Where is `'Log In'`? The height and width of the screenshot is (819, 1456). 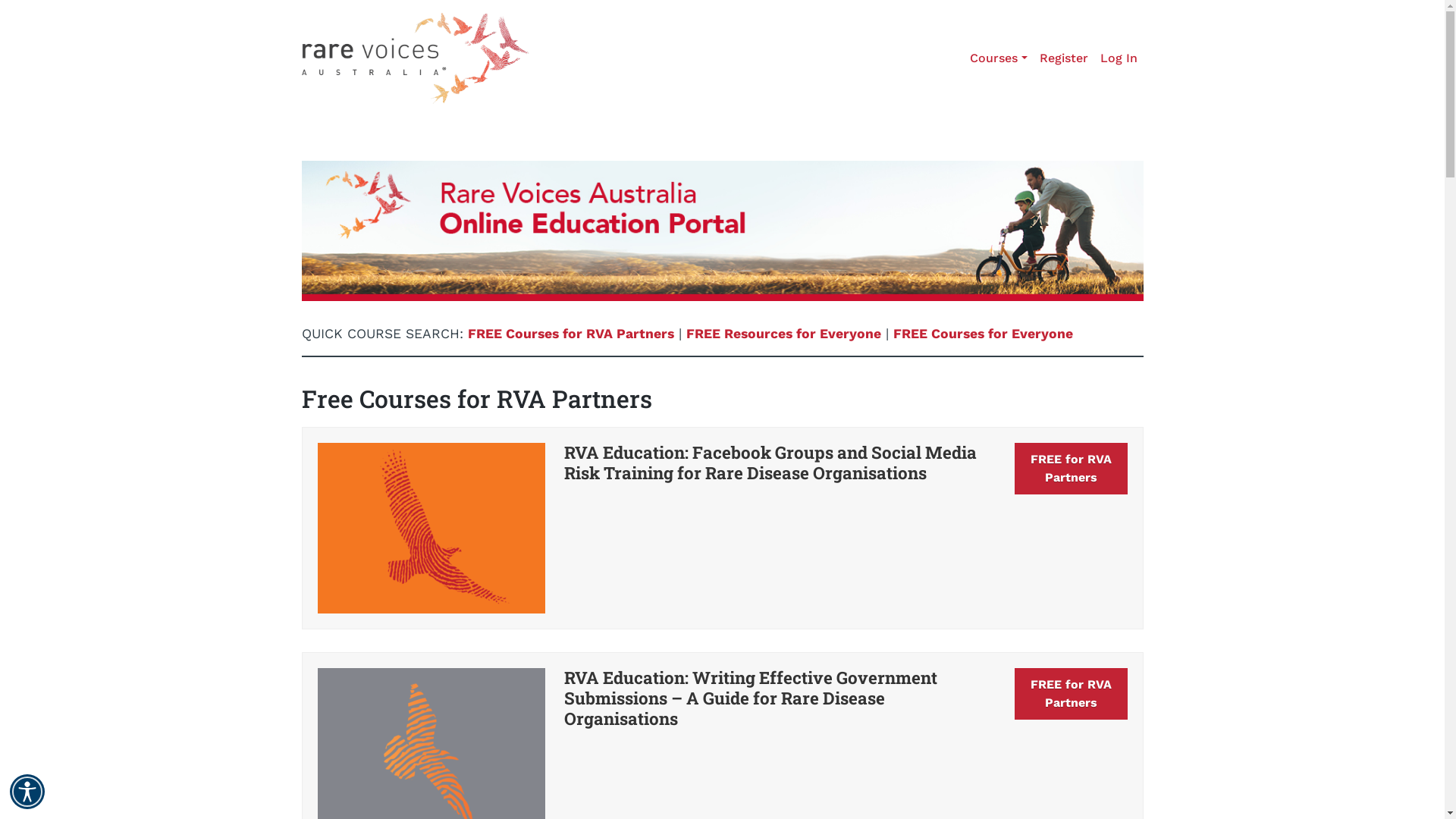 'Log In' is located at coordinates (1118, 58).